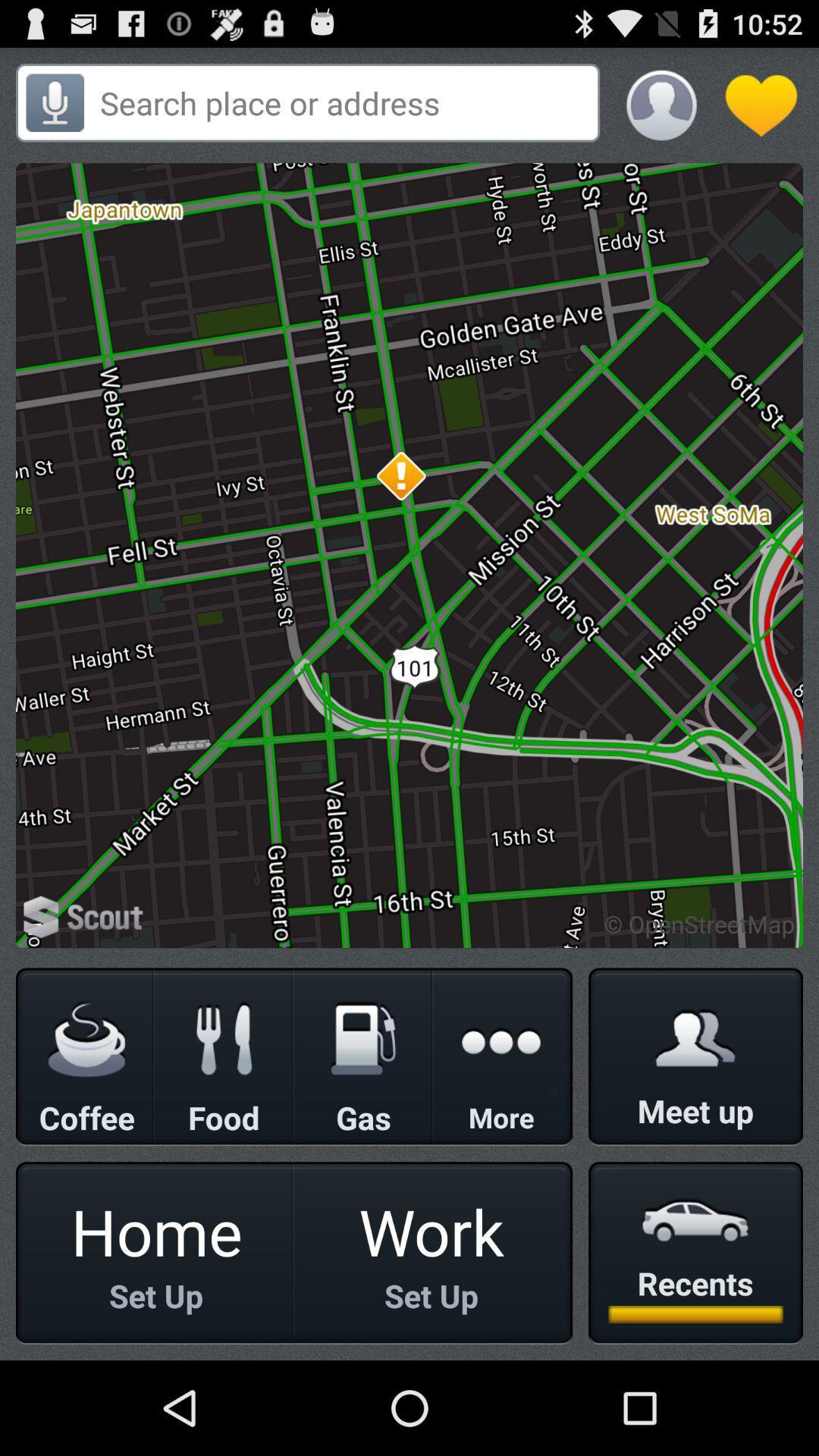 This screenshot has width=819, height=1456. Describe the element at coordinates (54, 109) in the screenshot. I see `the microphone icon` at that location.